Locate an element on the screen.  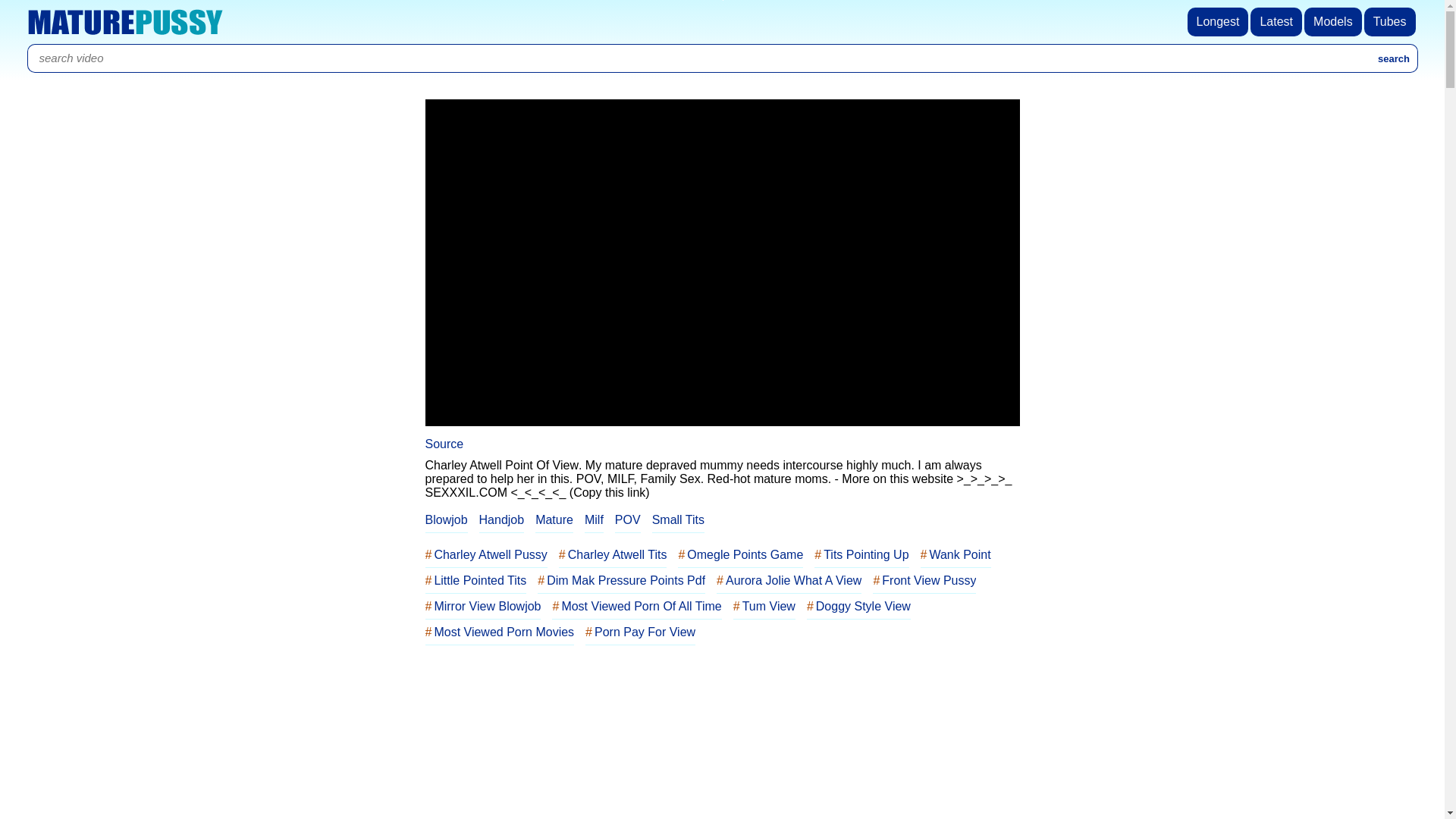
'Dim Mak Pressure Points Pdf' is located at coordinates (621, 580).